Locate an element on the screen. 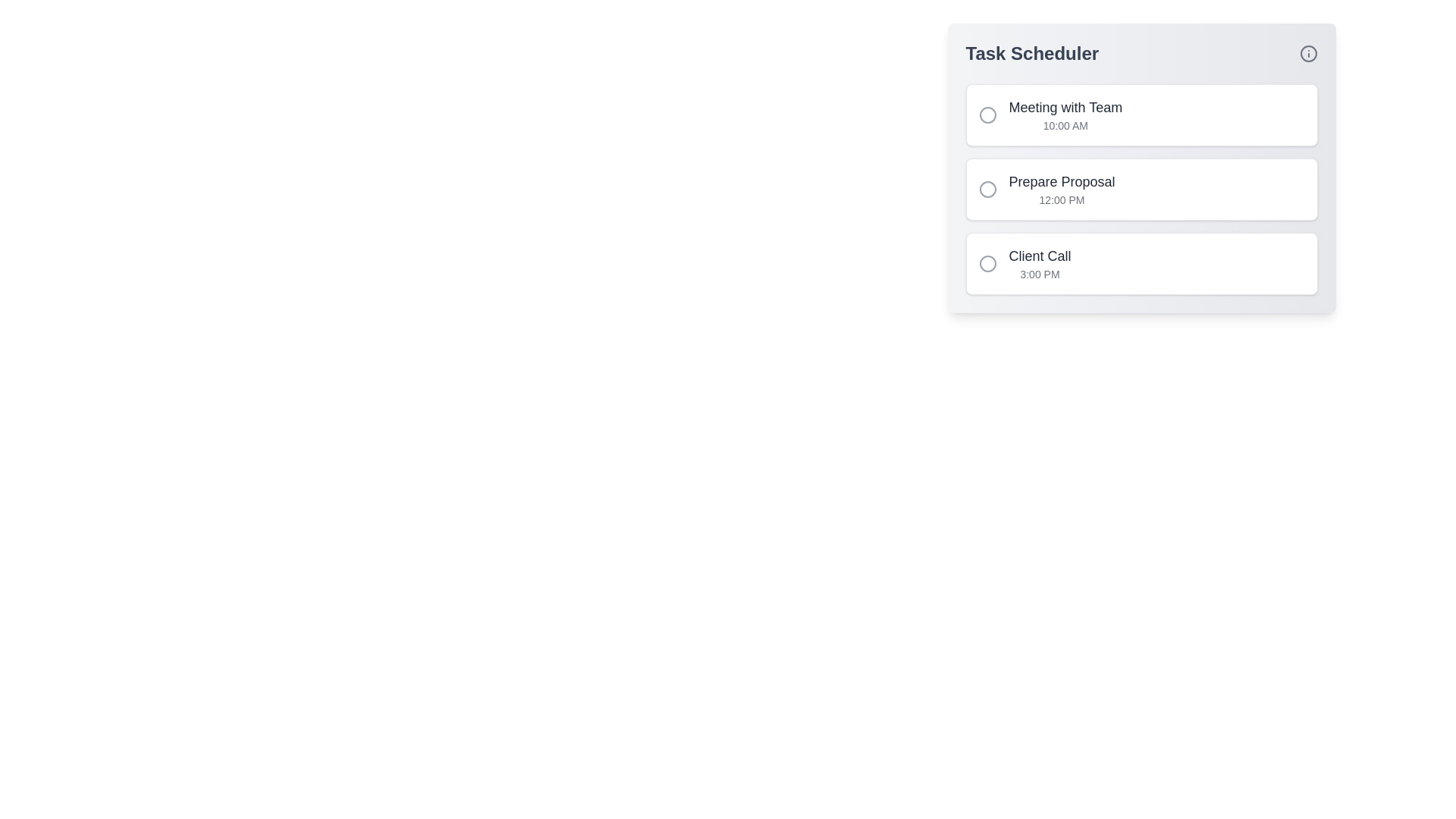 This screenshot has width=1456, height=819. the task titled 'Client Call' to trigger visual feedback is located at coordinates (1141, 262).